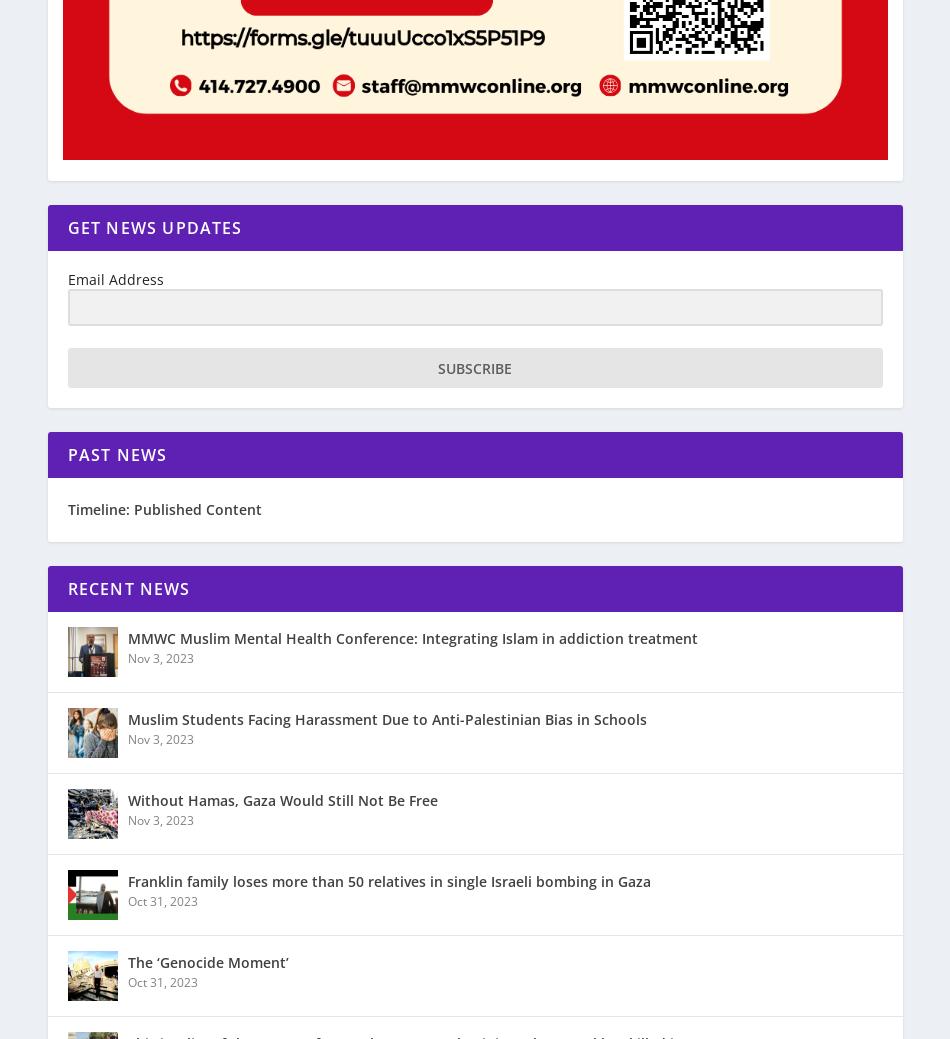 This screenshot has height=1039, width=950. Describe the element at coordinates (475, 366) in the screenshot. I see `'Subscribe'` at that location.